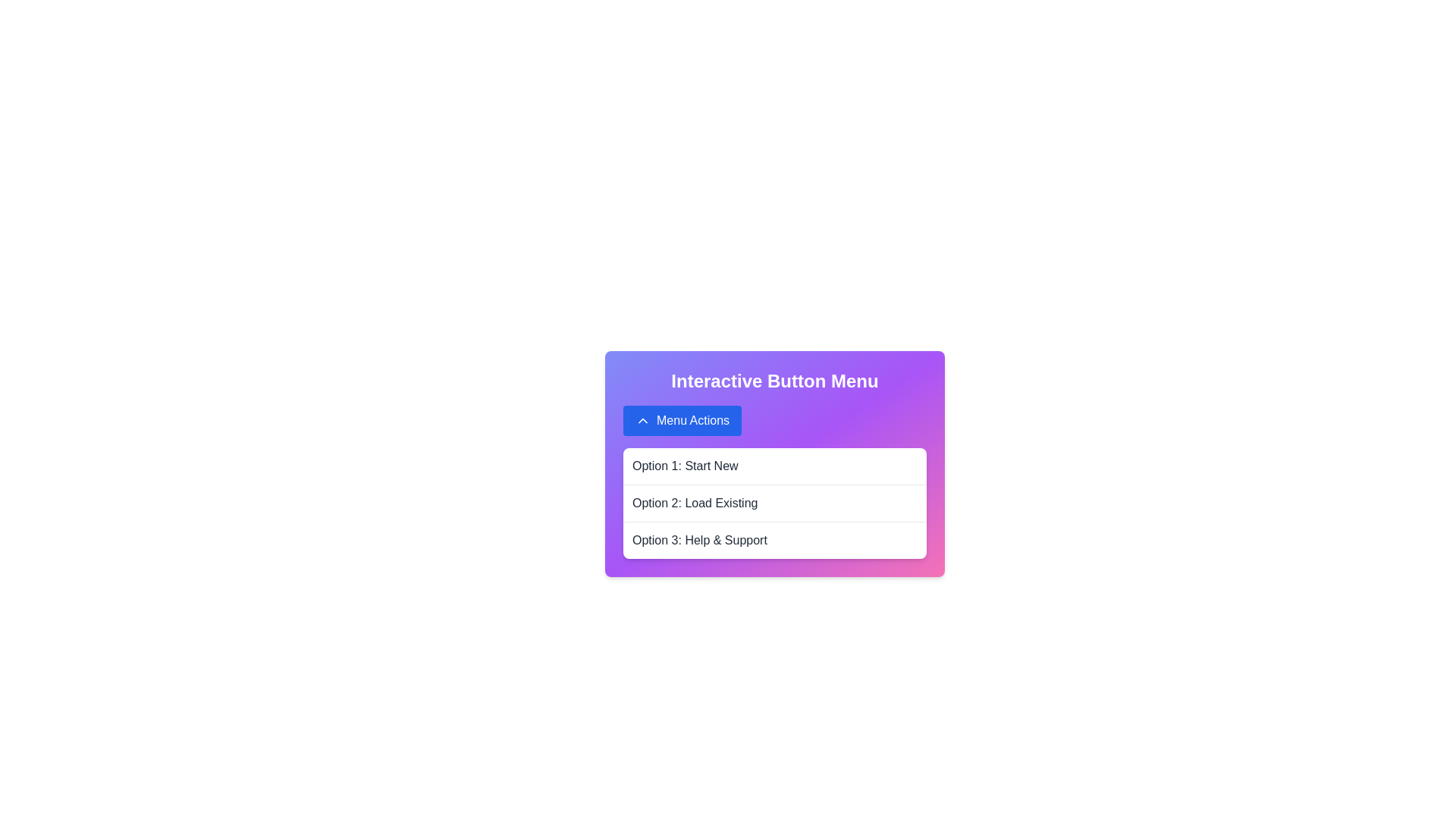 The width and height of the screenshot is (1456, 819). What do you see at coordinates (775, 503) in the screenshot?
I see `the second item in the vertically arranged list within the 'Interactive Button Menu'` at bounding box center [775, 503].